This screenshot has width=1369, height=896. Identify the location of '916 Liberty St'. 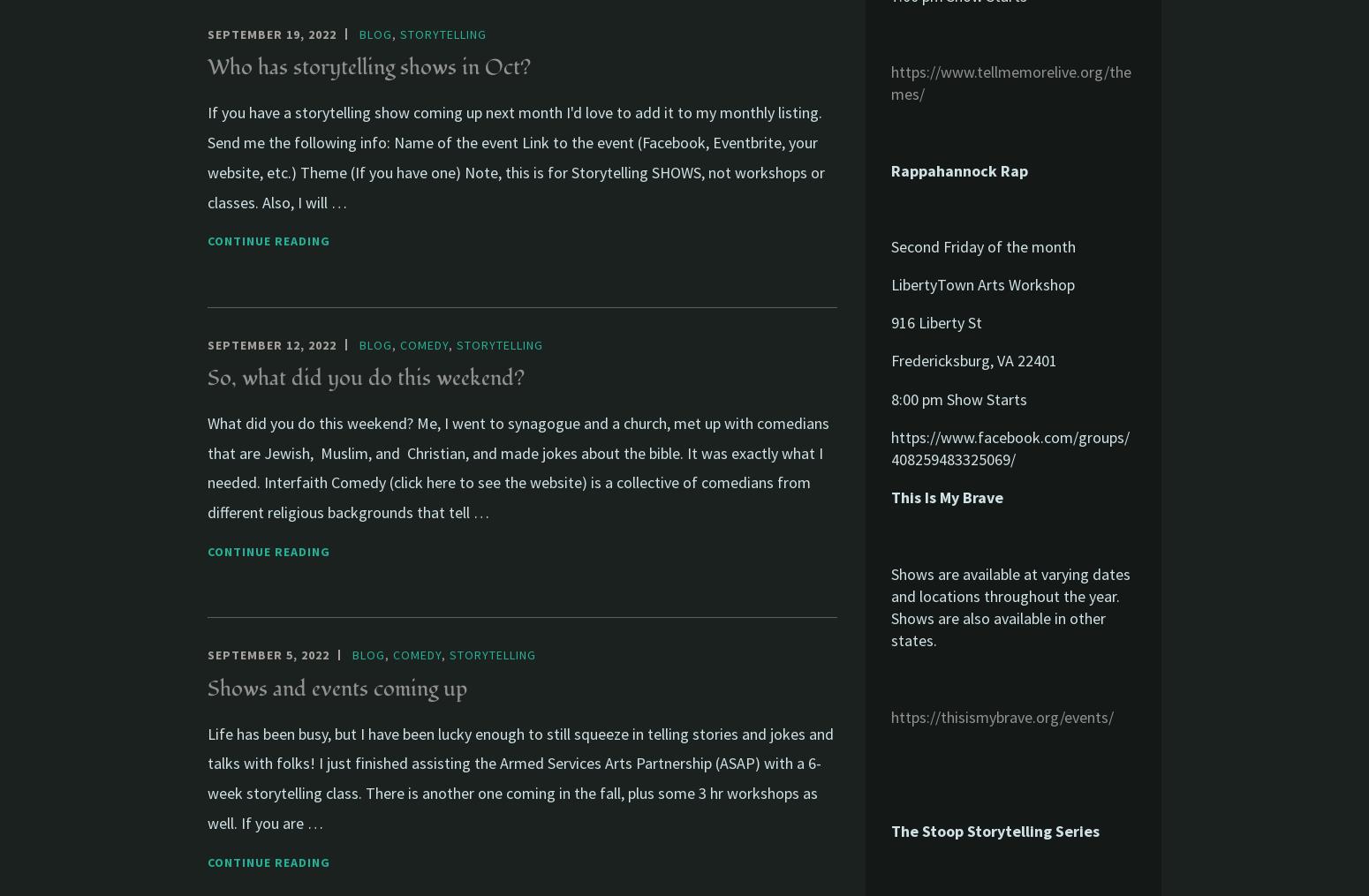
(936, 322).